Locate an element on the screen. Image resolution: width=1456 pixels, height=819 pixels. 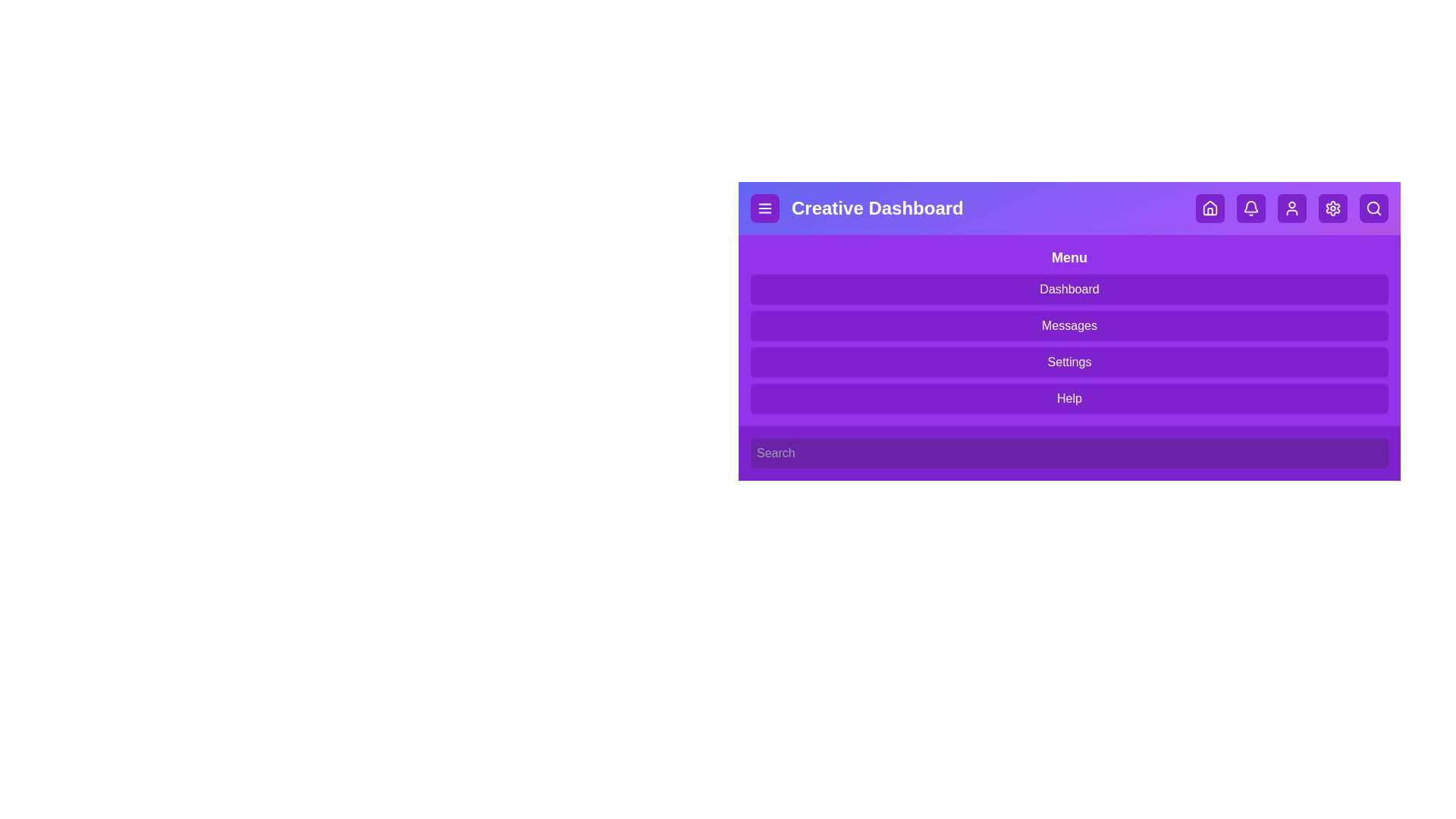
the search icon button to toggle the search bar visibility is located at coordinates (1373, 208).